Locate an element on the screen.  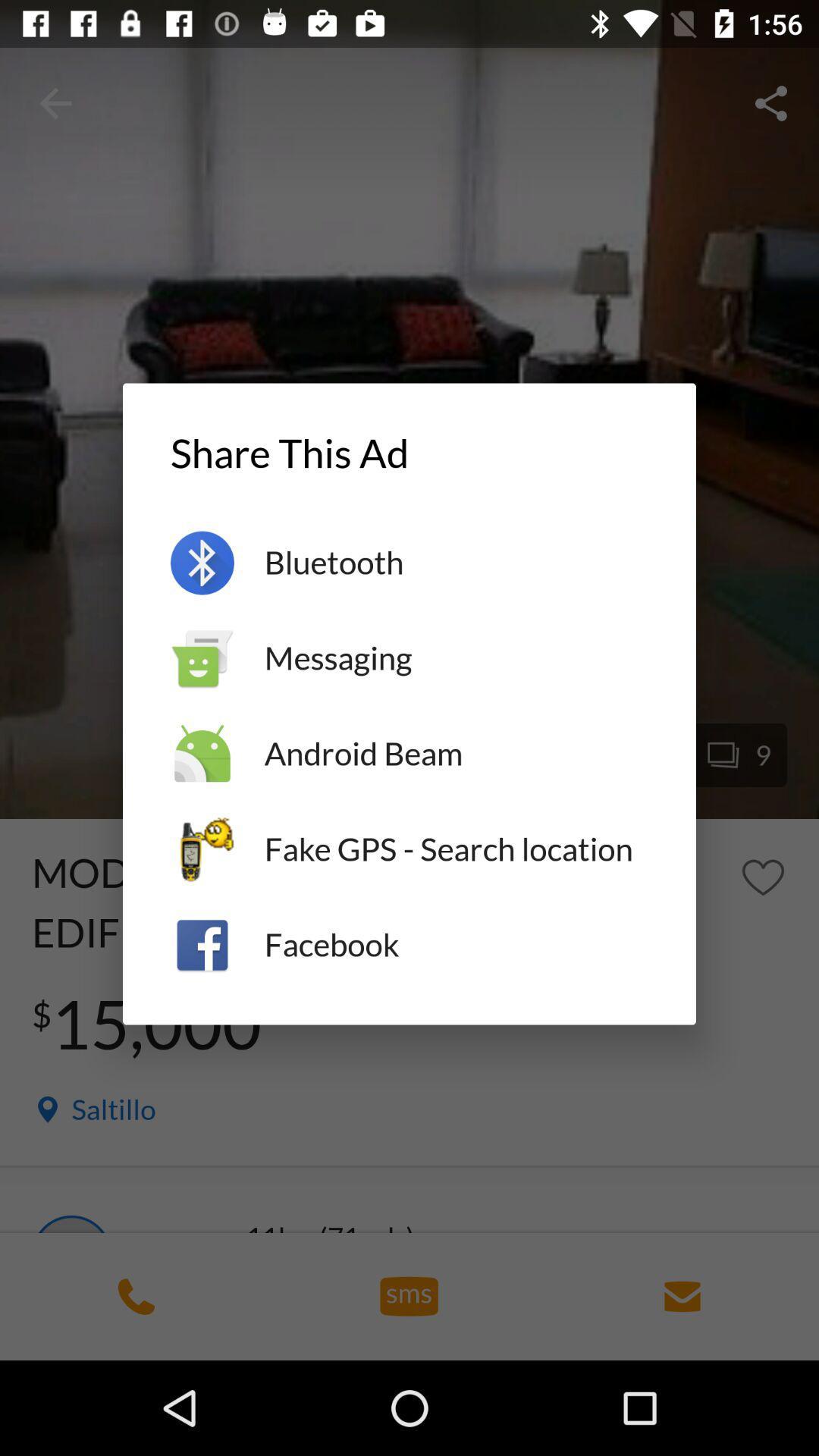
item below share this ad is located at coordinates (455, 562).